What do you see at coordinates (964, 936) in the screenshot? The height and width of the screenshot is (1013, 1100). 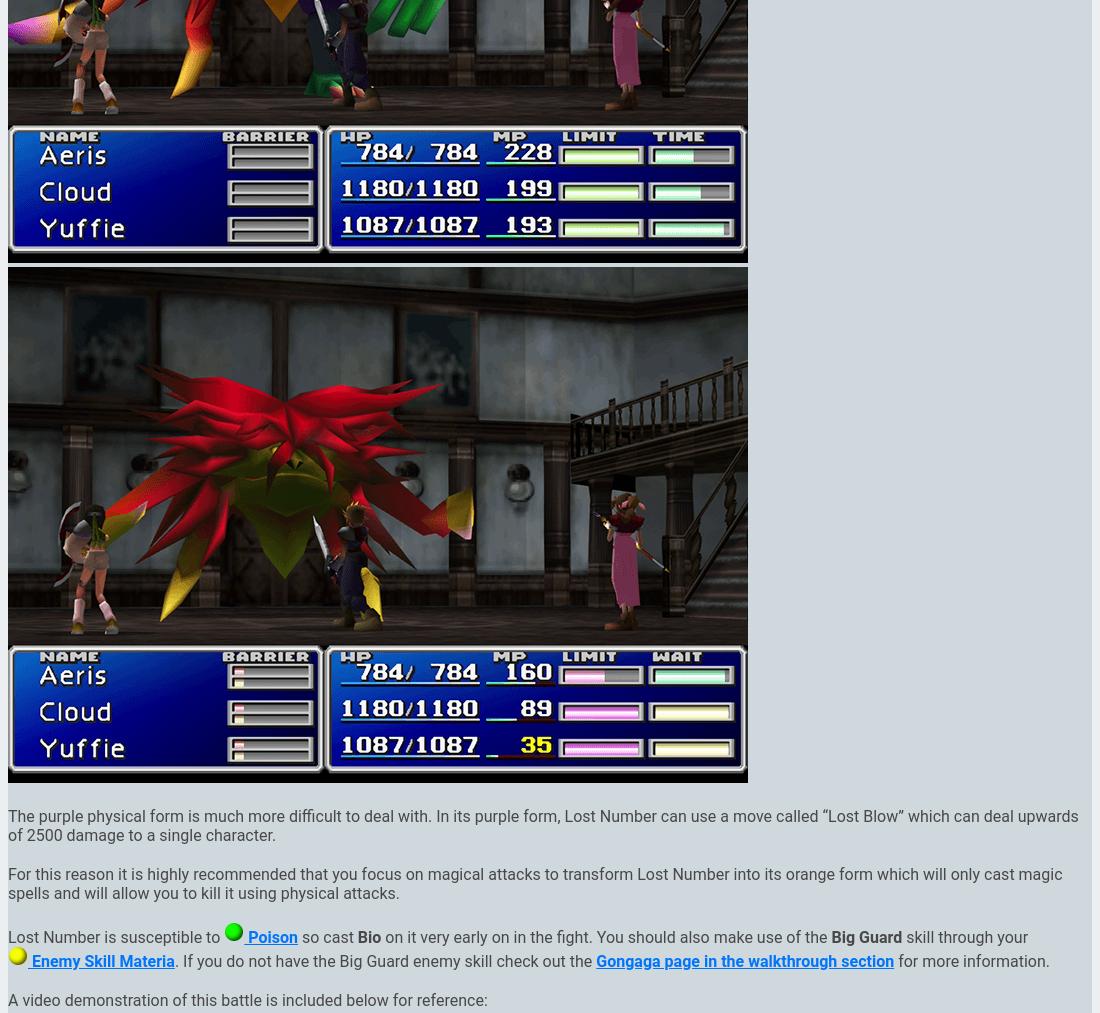 I see `'skill through your'` at bounding box center [964, 936].